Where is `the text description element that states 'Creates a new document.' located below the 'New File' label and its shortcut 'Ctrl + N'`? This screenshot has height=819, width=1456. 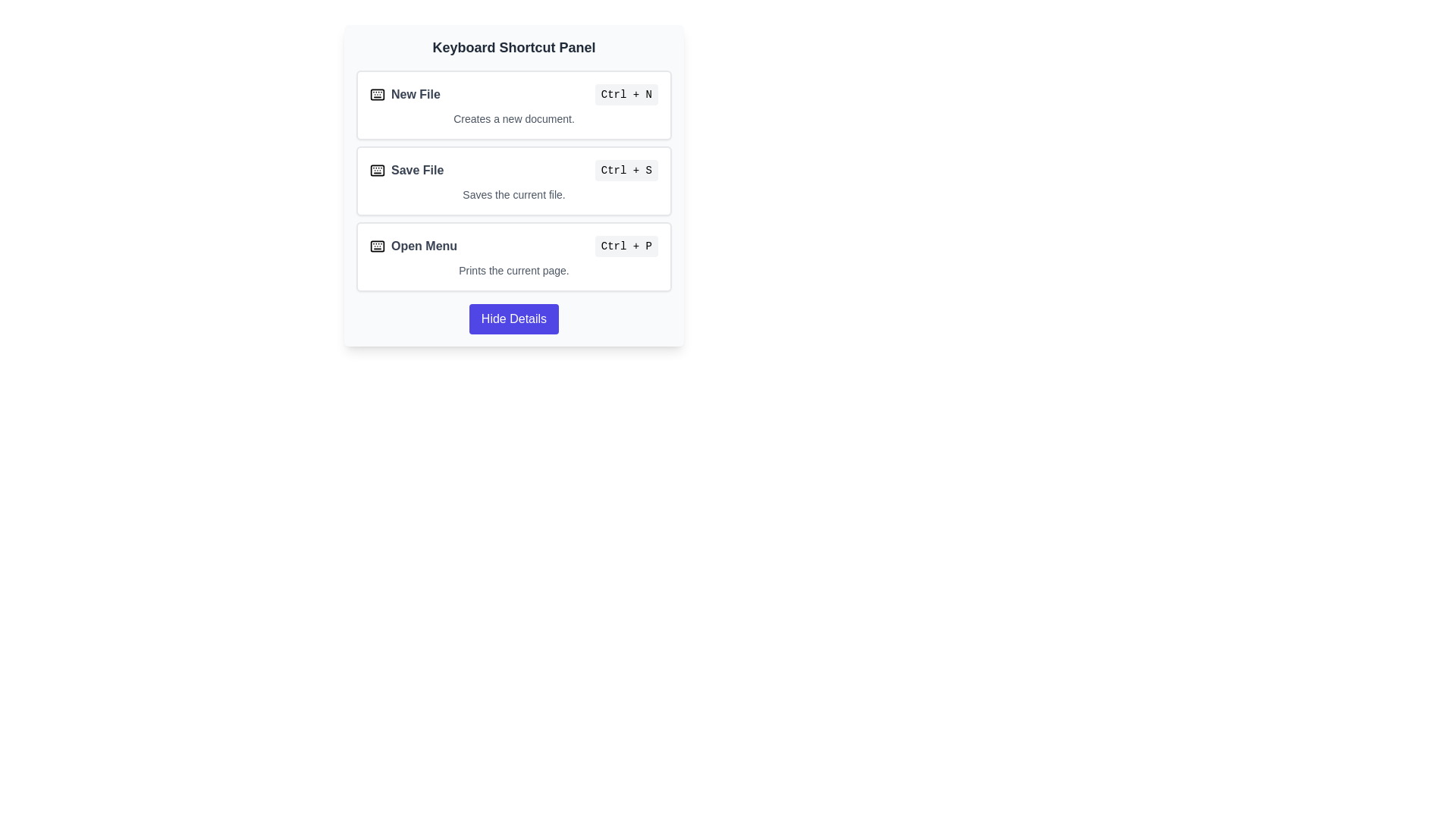
the text description element that states 'Creates a new document.' located below the 'New File' label and its shortcut 'Ctrl + N' is located at coordinates (513, 118).